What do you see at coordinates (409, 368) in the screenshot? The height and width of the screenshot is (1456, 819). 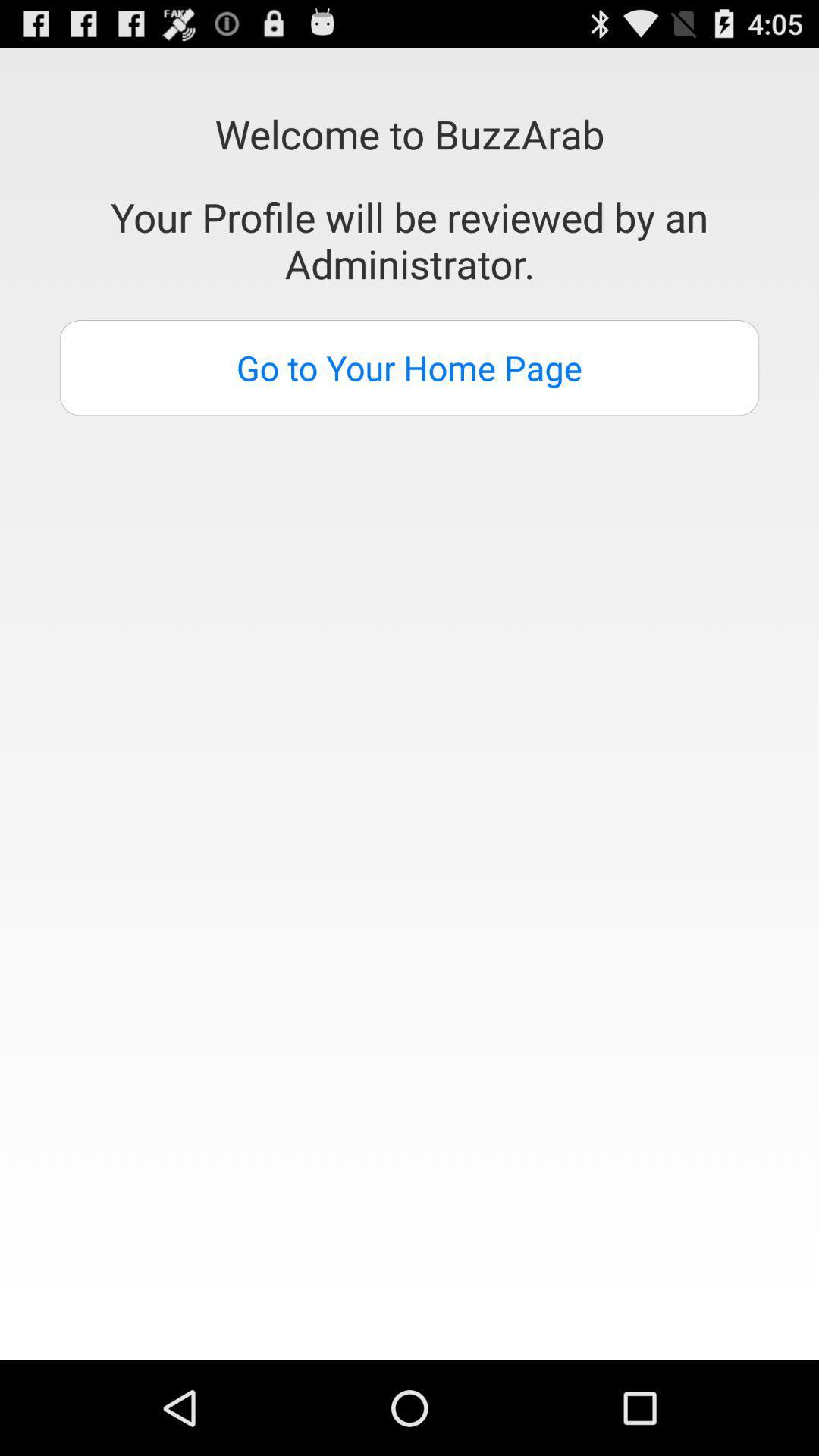 I see `app below the your profile will app` at bounding box center [409, 368].